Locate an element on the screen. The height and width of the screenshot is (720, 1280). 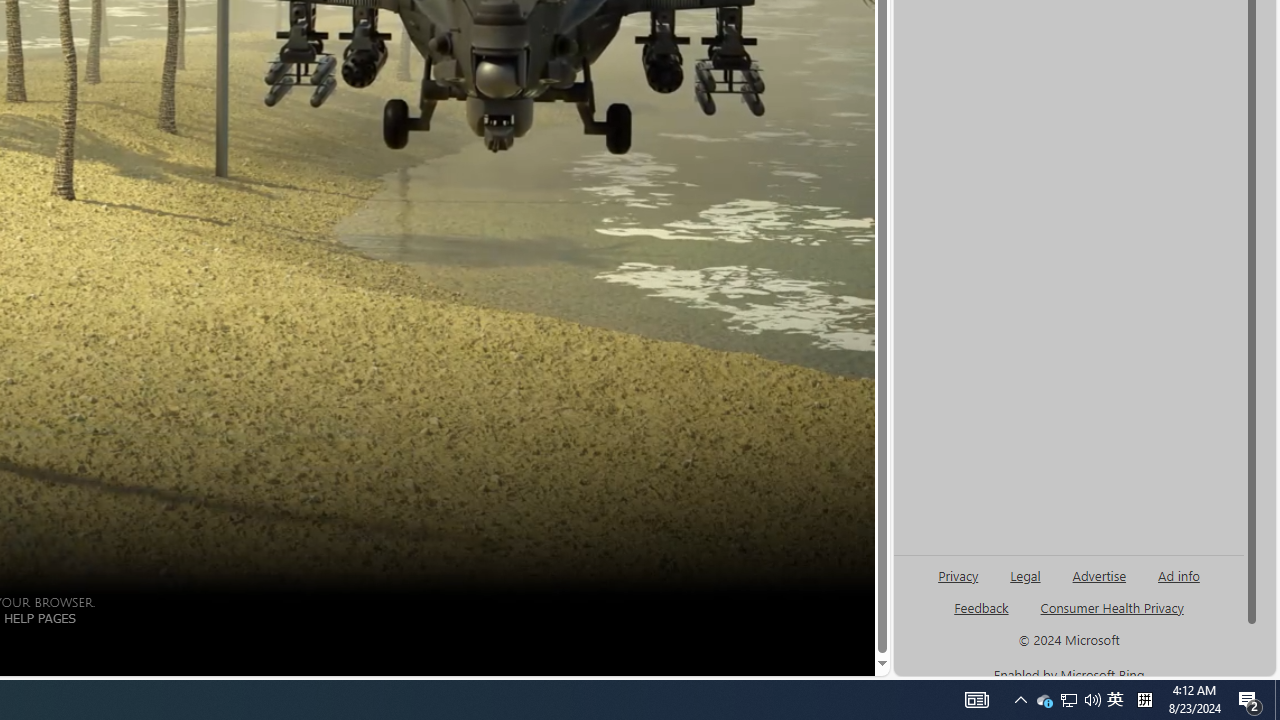
'AutomationID: genId96' is located at coordinates (1020, 698).